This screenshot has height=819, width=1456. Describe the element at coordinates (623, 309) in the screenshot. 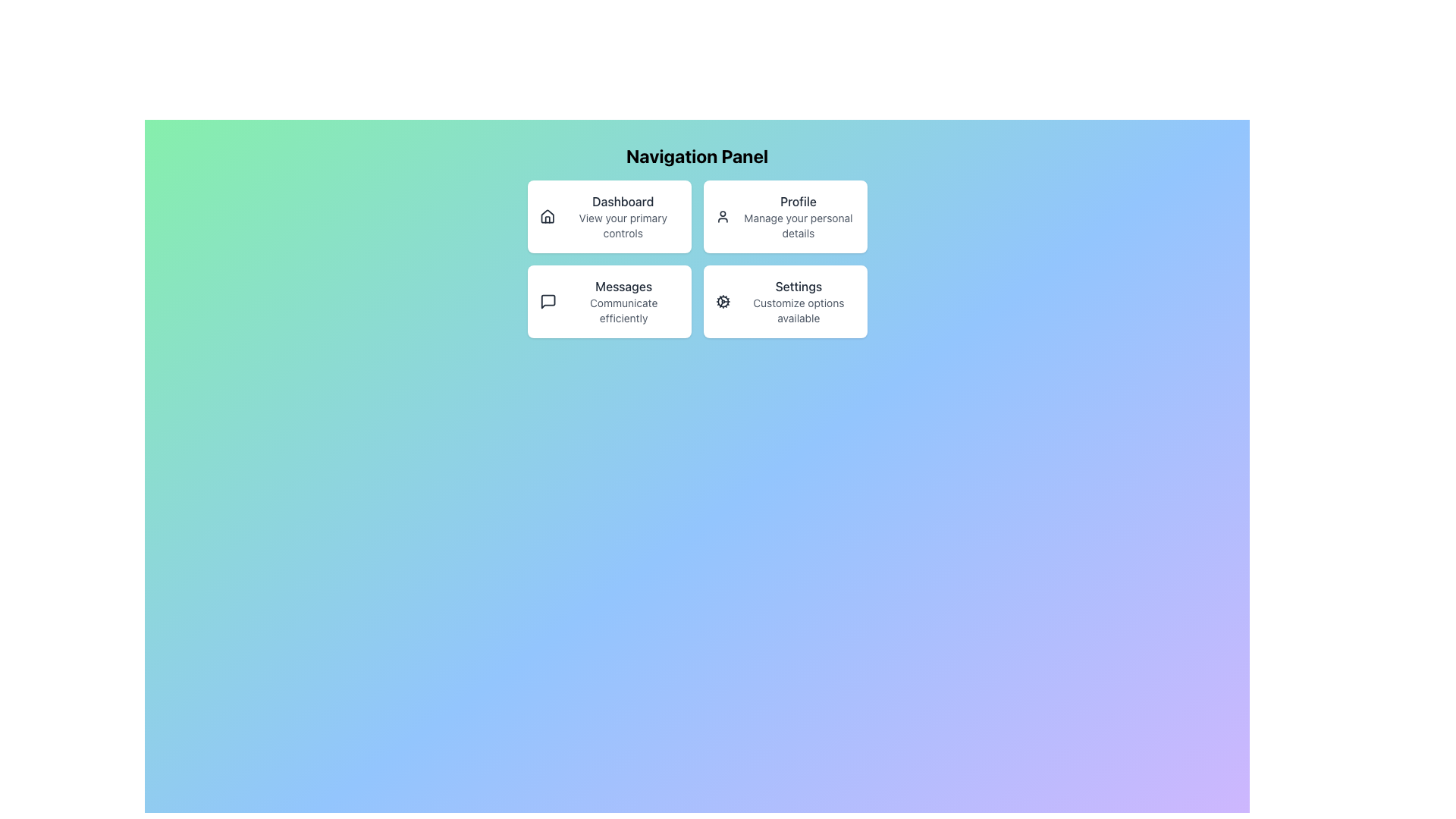

I see `the descriptive text element located below the 'Messages' heading in the 'Messages' box at the top-left of the navigation grid` at that location.